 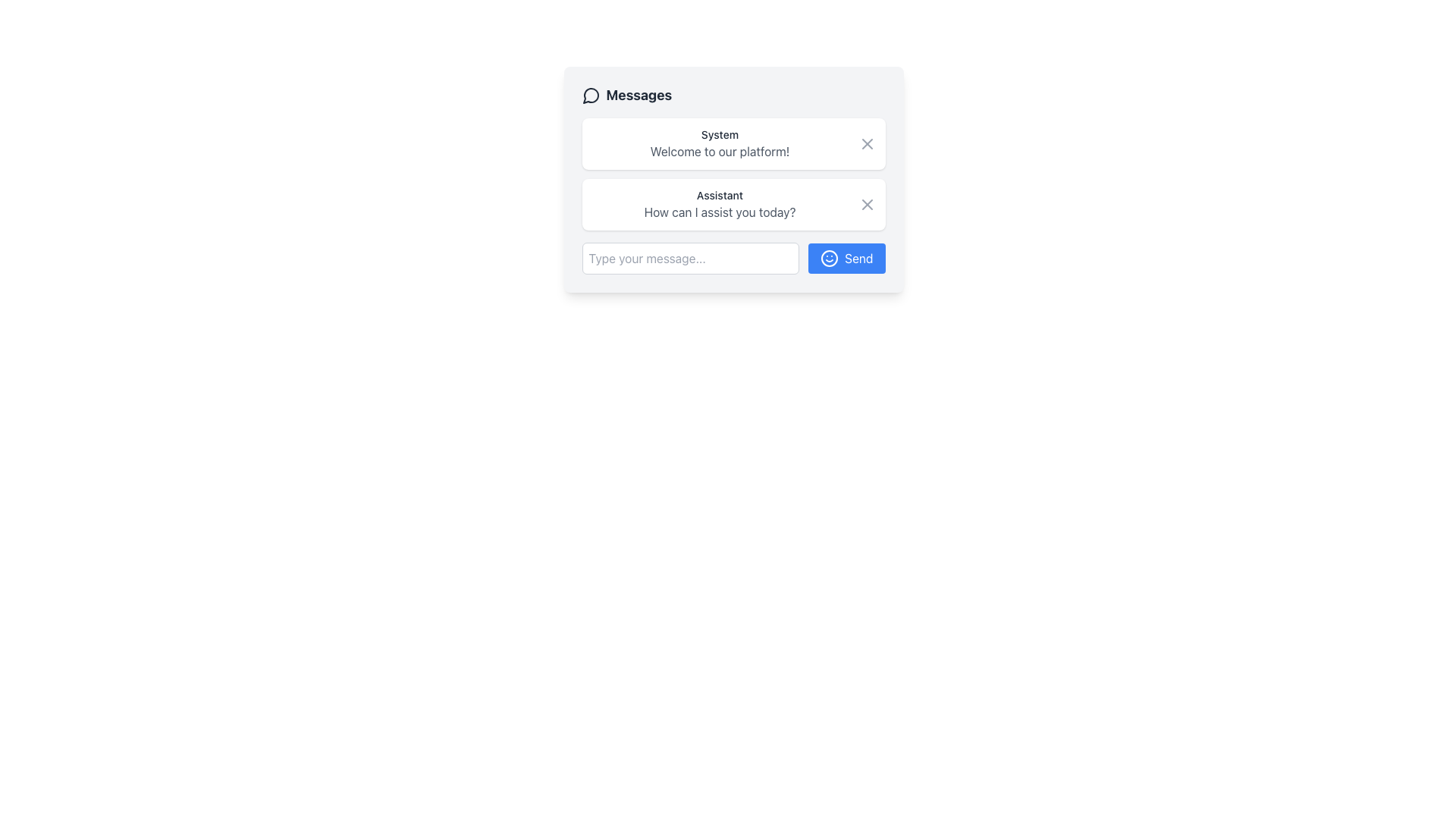 I want to click on welcome message displayed in the Text Display element located within the 'Messages' section, which shows 'Welcome to our platform!' under the heading 'System', so click(x=719, y=143).